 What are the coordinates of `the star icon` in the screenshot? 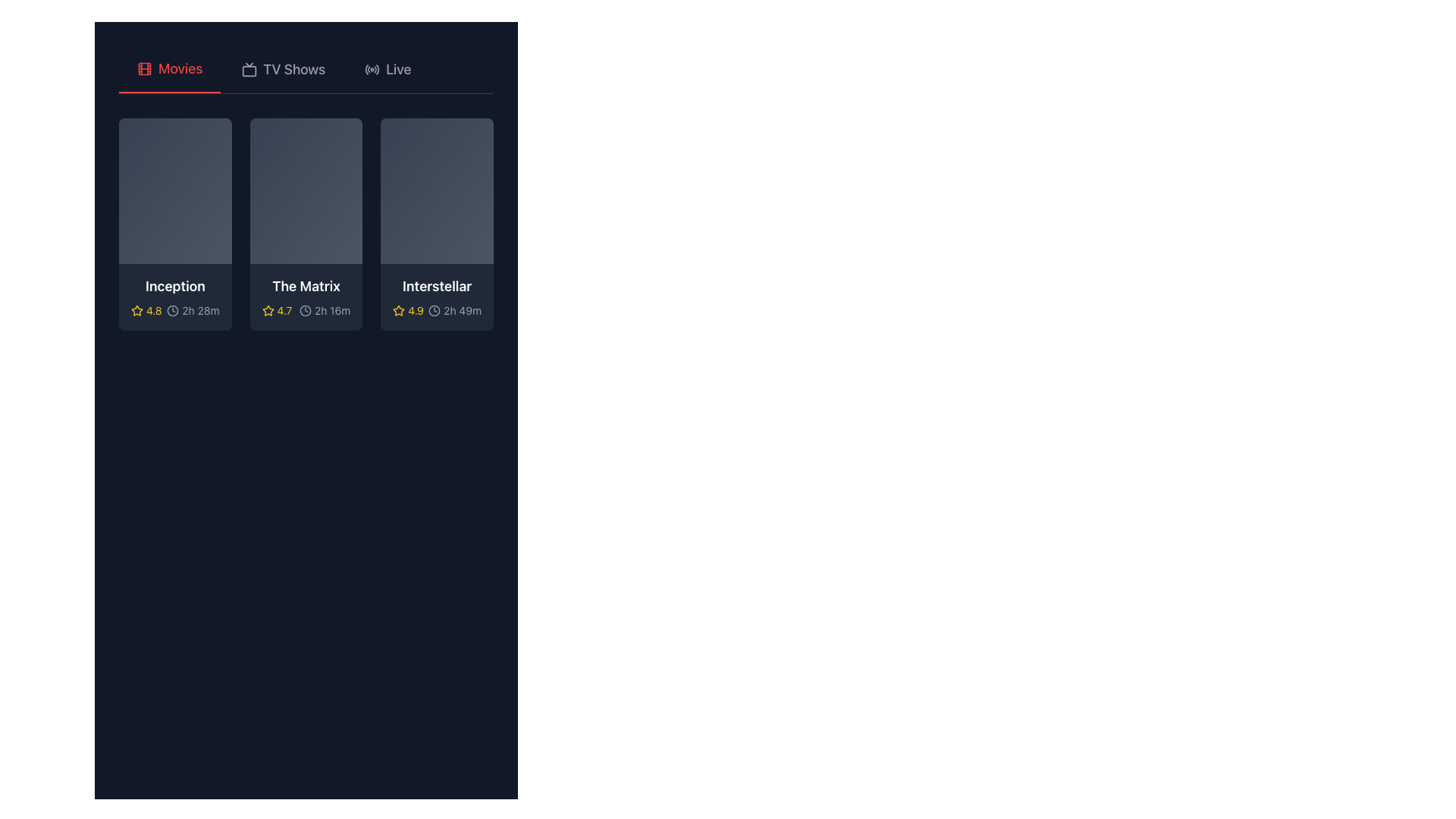 It's located at (268, 309).